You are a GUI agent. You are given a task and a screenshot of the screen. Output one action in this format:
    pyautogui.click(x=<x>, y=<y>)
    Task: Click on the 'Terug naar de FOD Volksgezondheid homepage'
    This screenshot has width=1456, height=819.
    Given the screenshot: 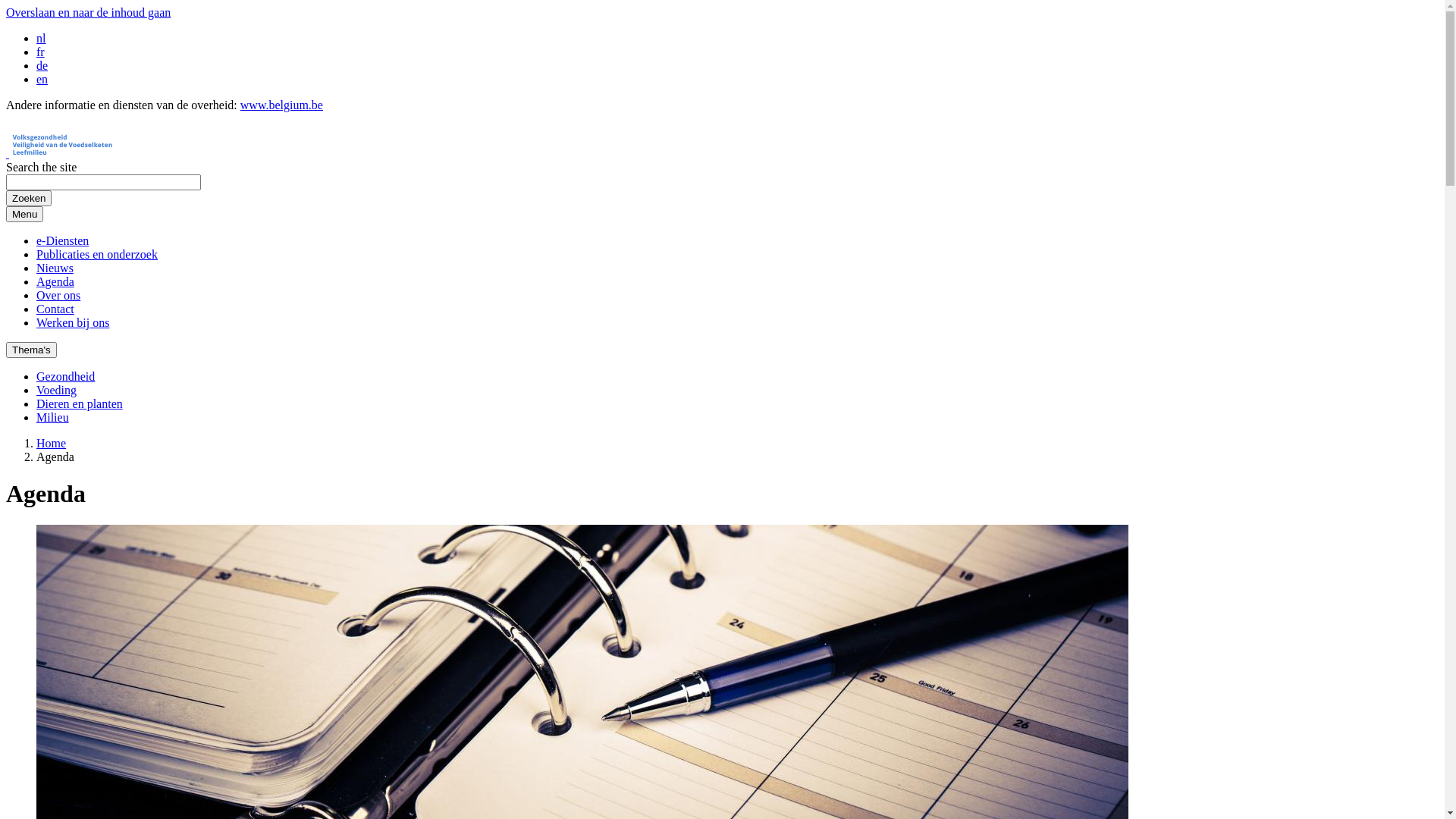 What is the action you would take?
    pyautogui.click(x=140, y=153)
    